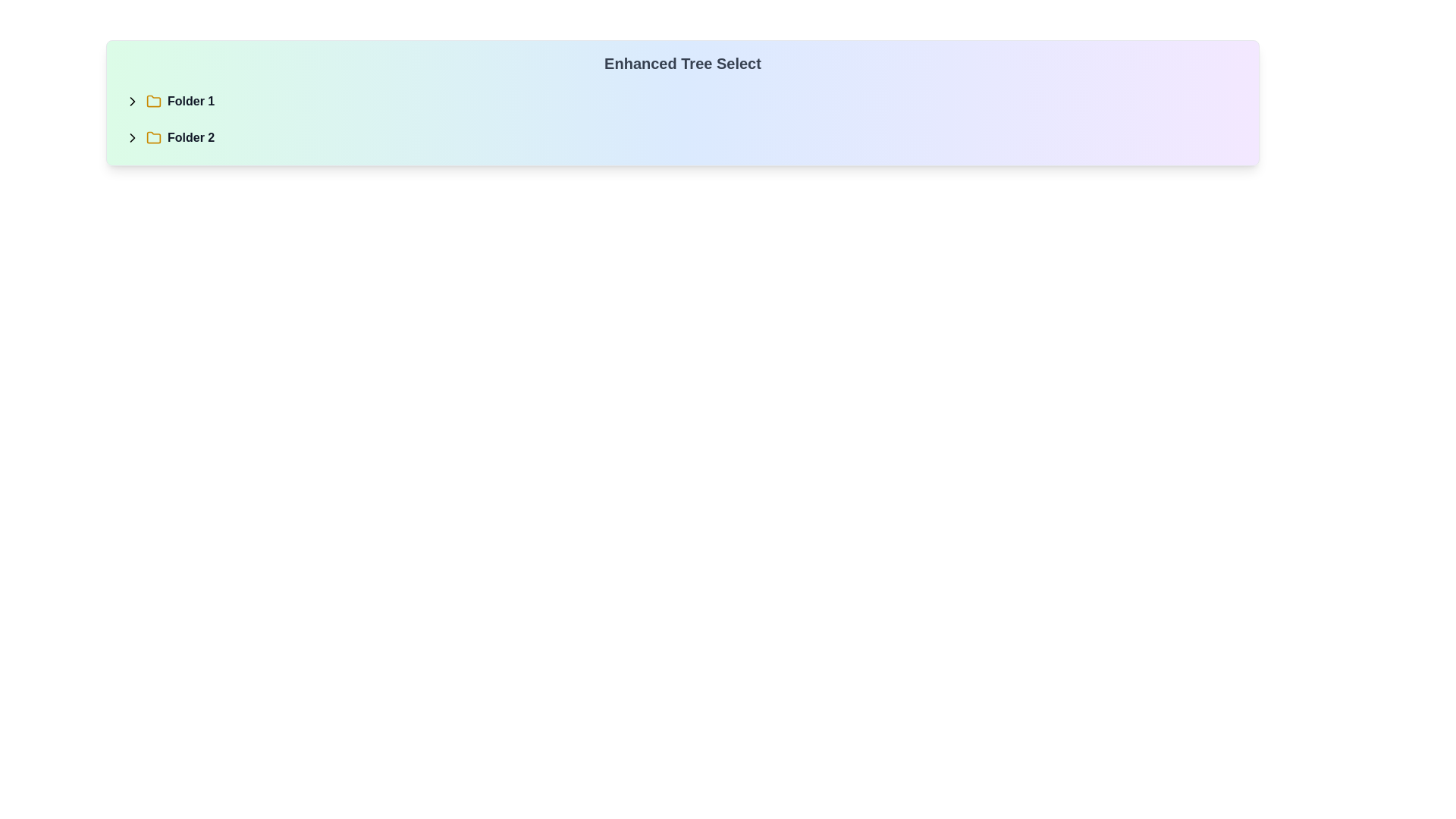 The image size is (1456, 819). What do you see at coordinates (132, 102) in the screenshot?
I see `the Chevron expand/collapse toggle button for 'Folder 1'` at bounding box center [132, 102].